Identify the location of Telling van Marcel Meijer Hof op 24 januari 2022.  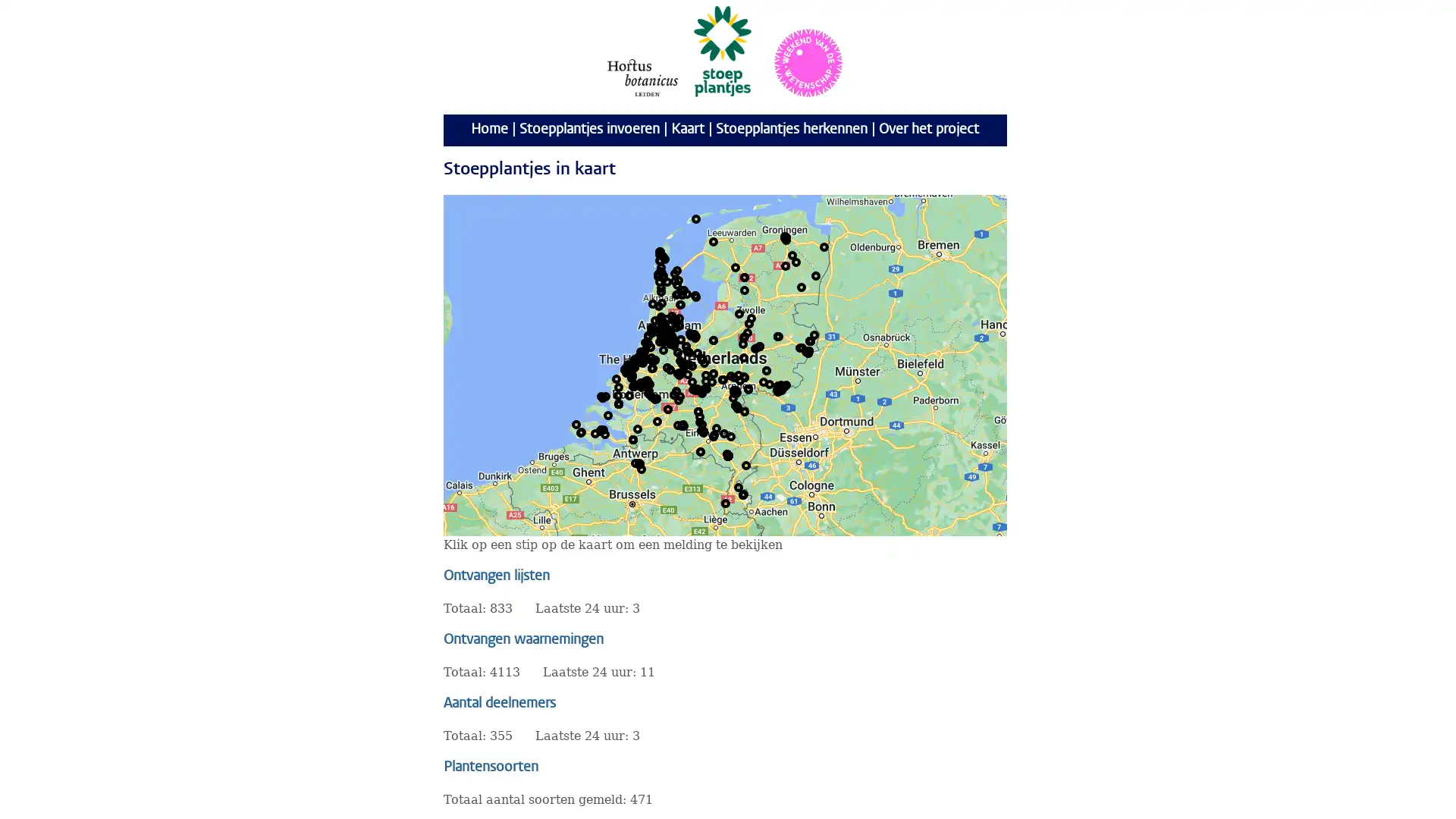
(807, 351).